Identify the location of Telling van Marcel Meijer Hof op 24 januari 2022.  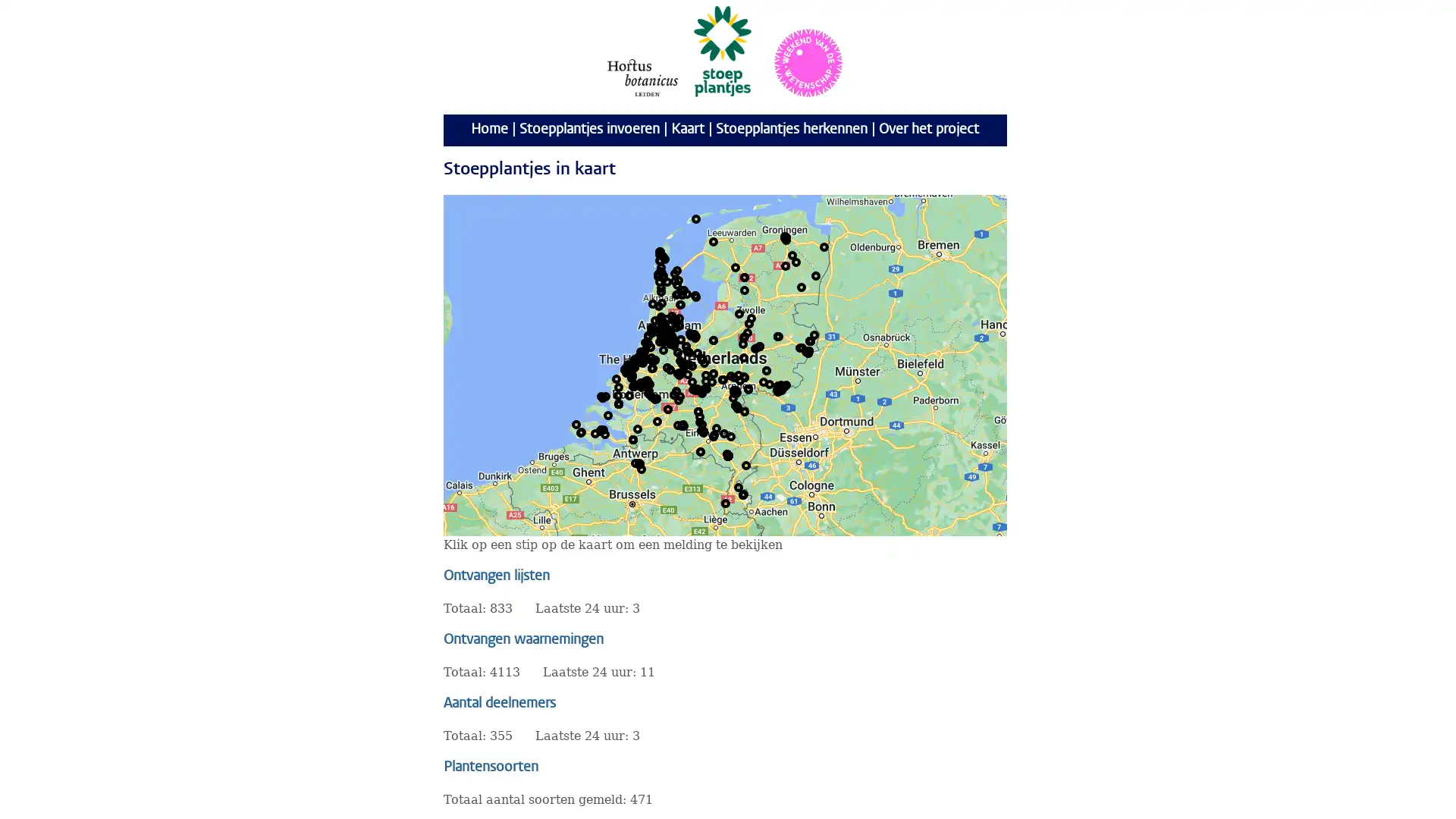
(807, 351).